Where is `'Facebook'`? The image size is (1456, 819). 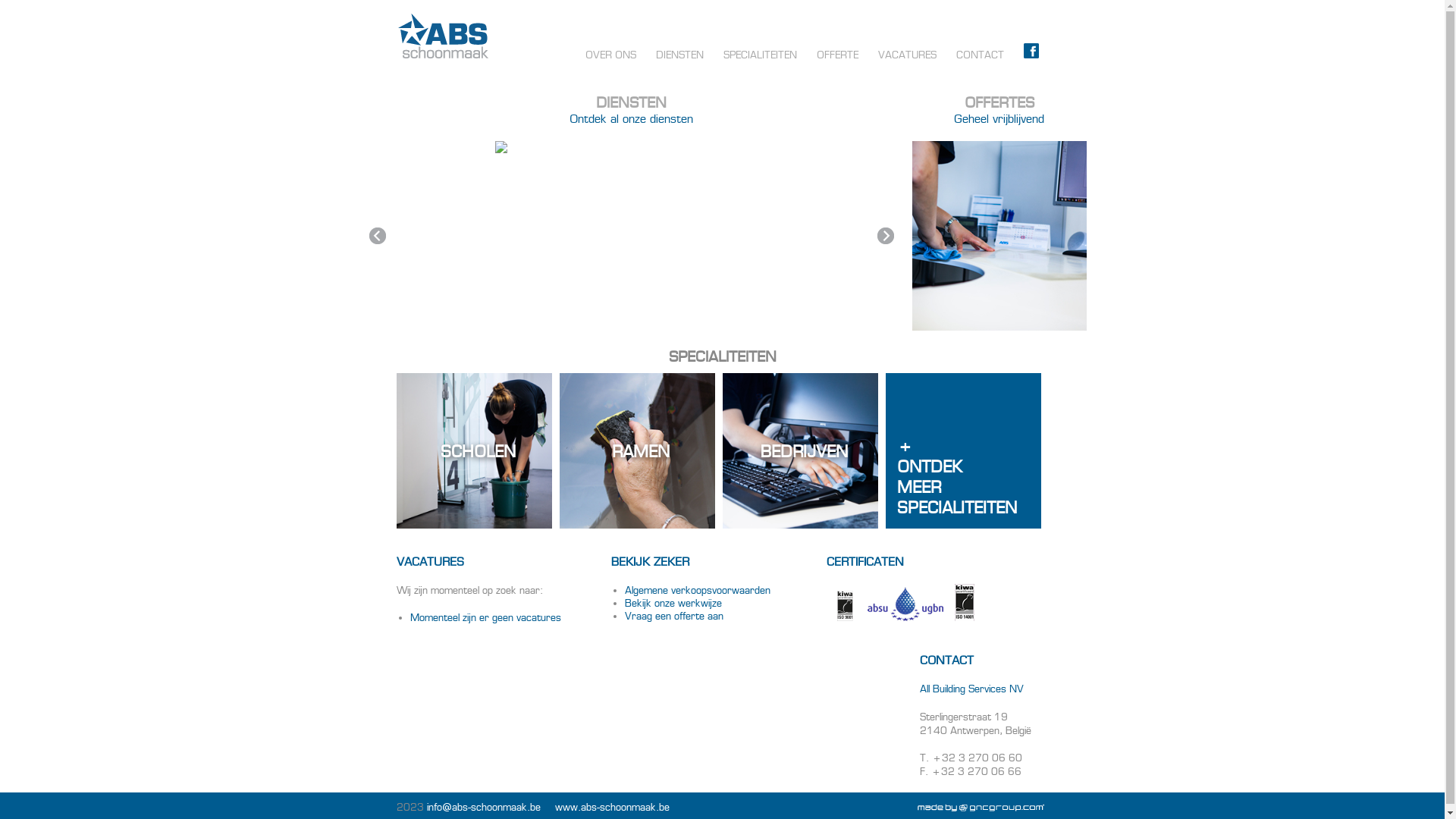 'Facebook' is located at coordinates (1031, 49).